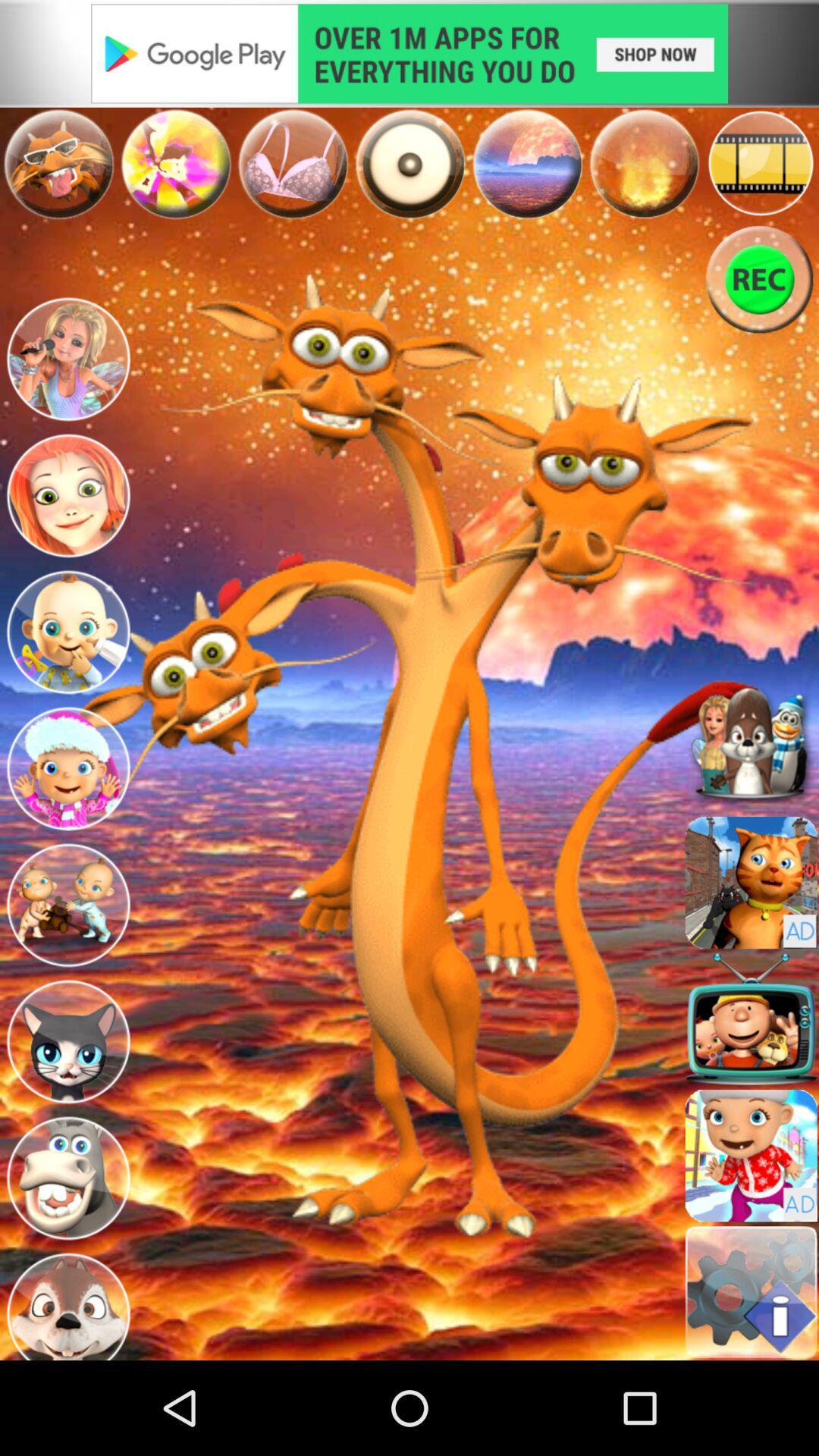 The image size is (819, 1456). I want to click on character type, so click(67, 1178).